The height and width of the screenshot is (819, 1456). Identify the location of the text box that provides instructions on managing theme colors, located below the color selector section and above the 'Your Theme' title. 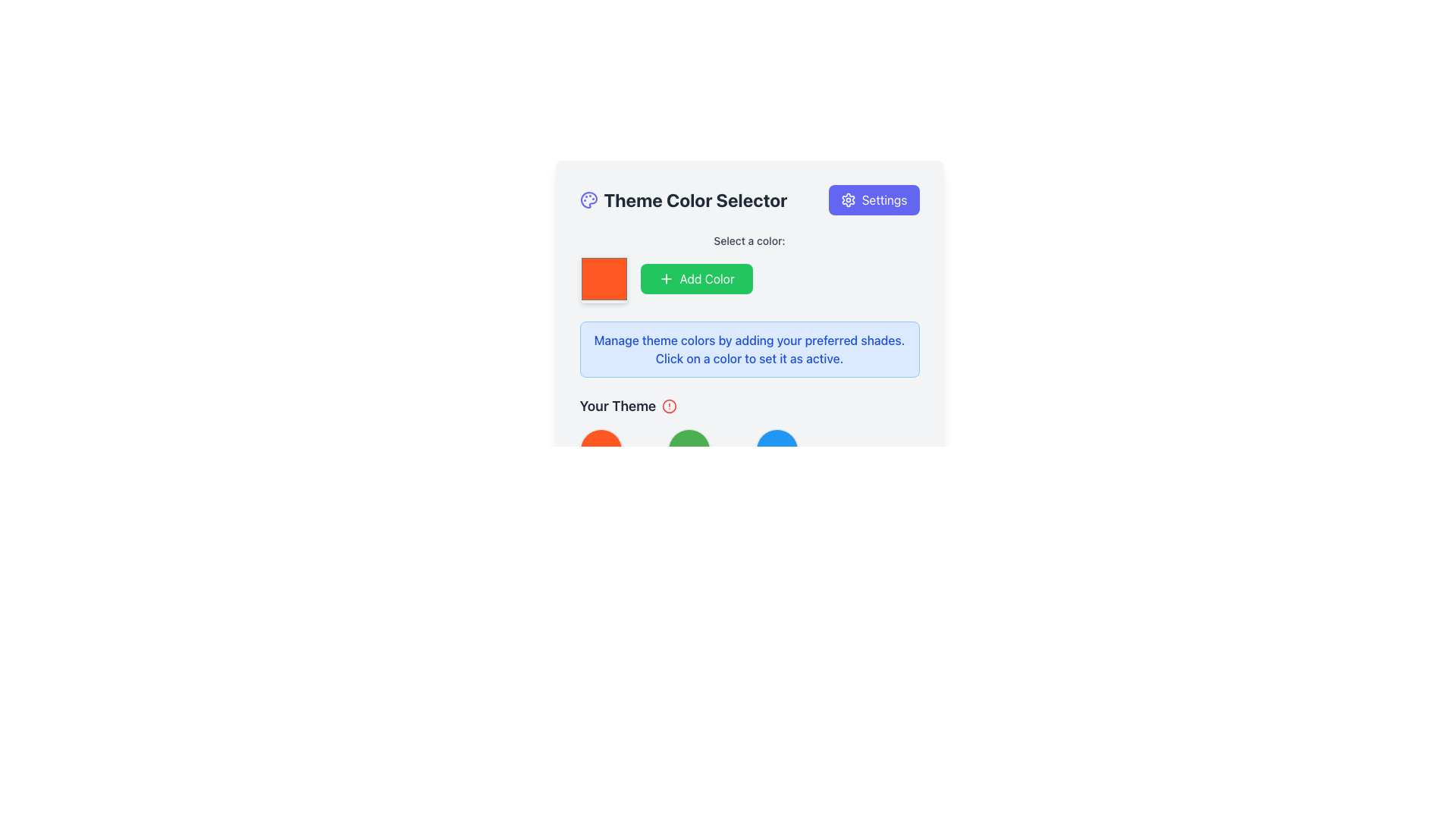
(749, 327).